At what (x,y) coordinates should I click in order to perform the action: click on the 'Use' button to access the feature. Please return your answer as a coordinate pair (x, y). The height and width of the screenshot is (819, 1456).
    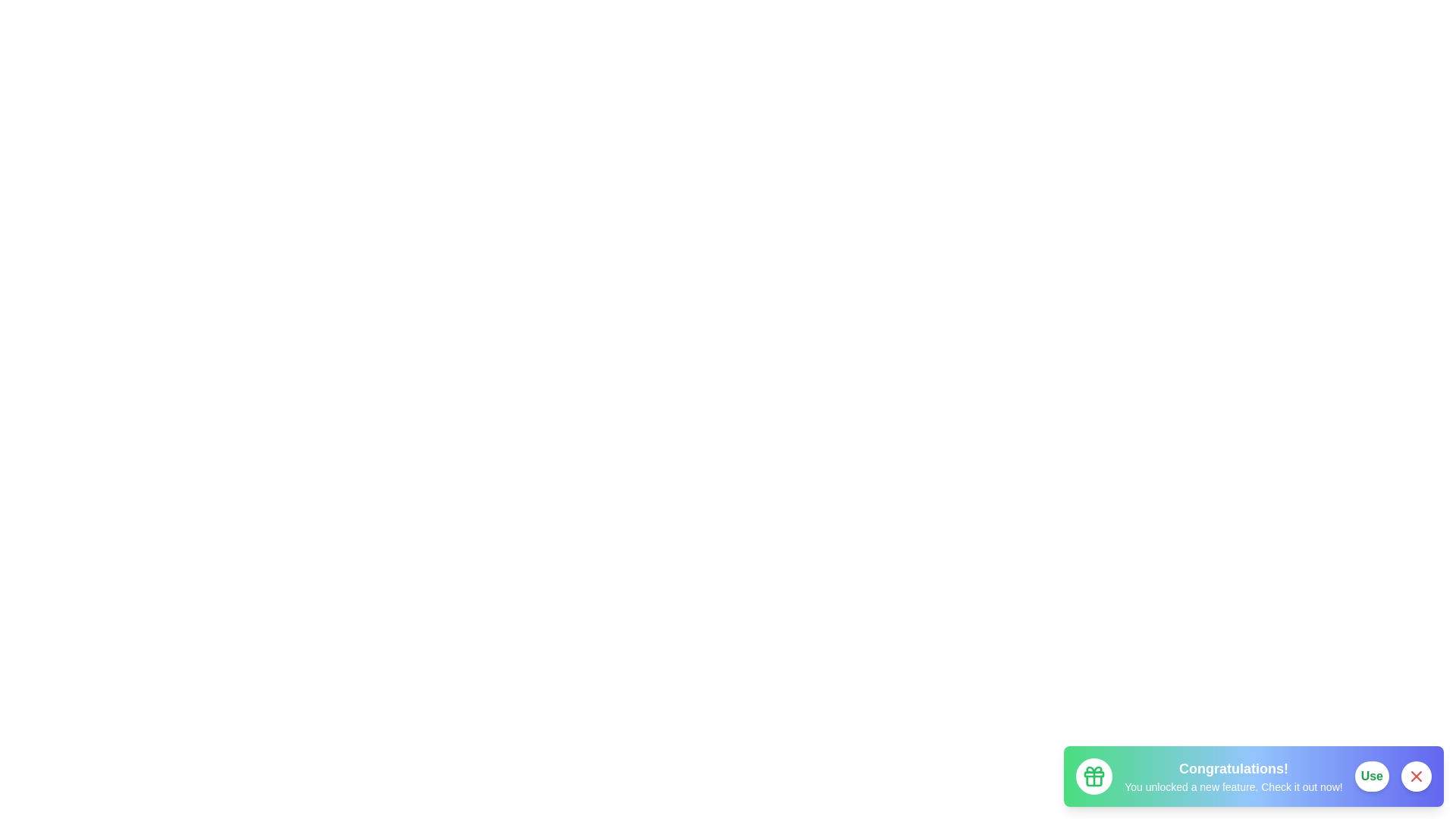
    Looking at the image, I should click on (1372, 776).